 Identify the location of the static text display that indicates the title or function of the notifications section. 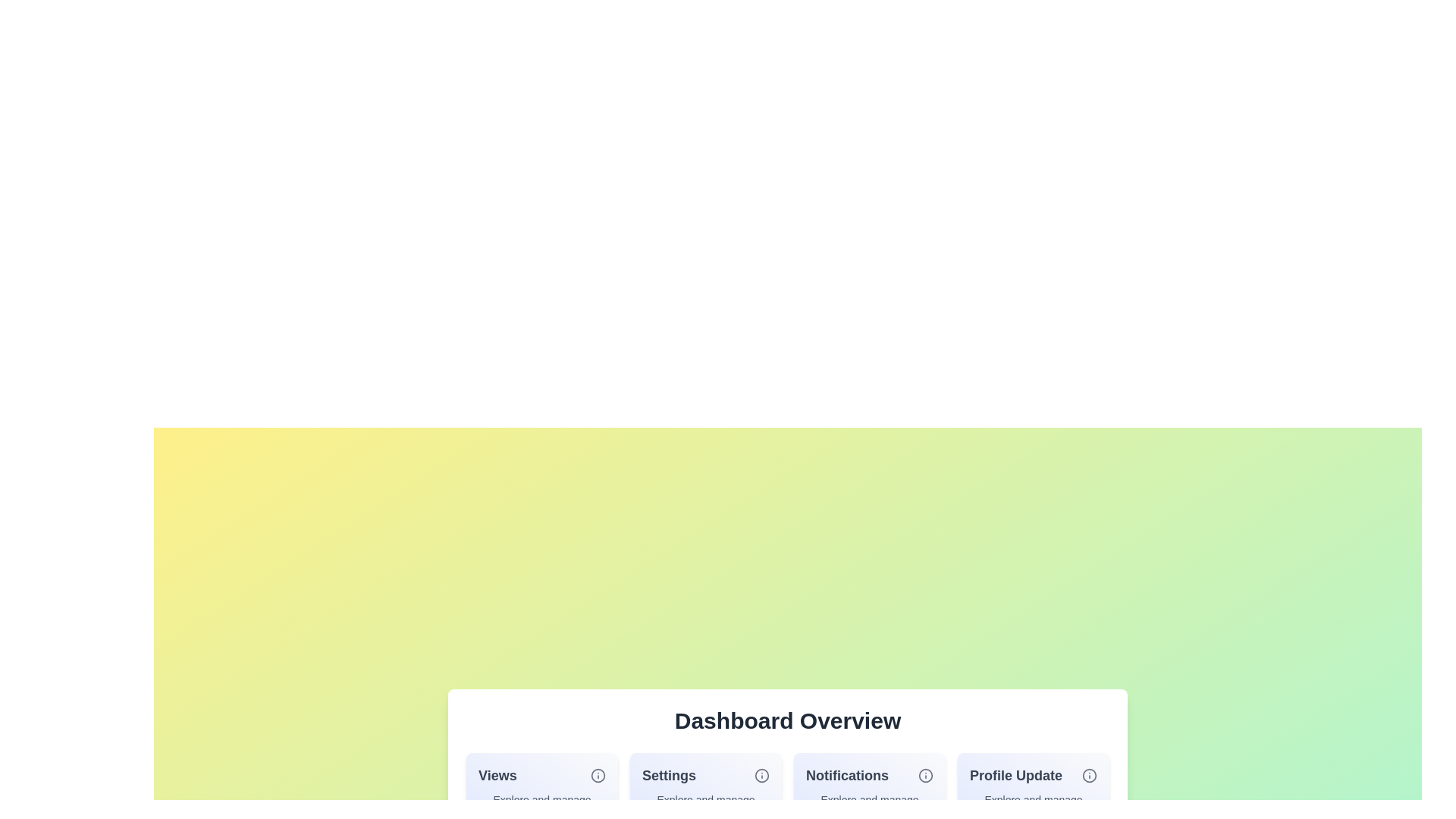
(846, 775).